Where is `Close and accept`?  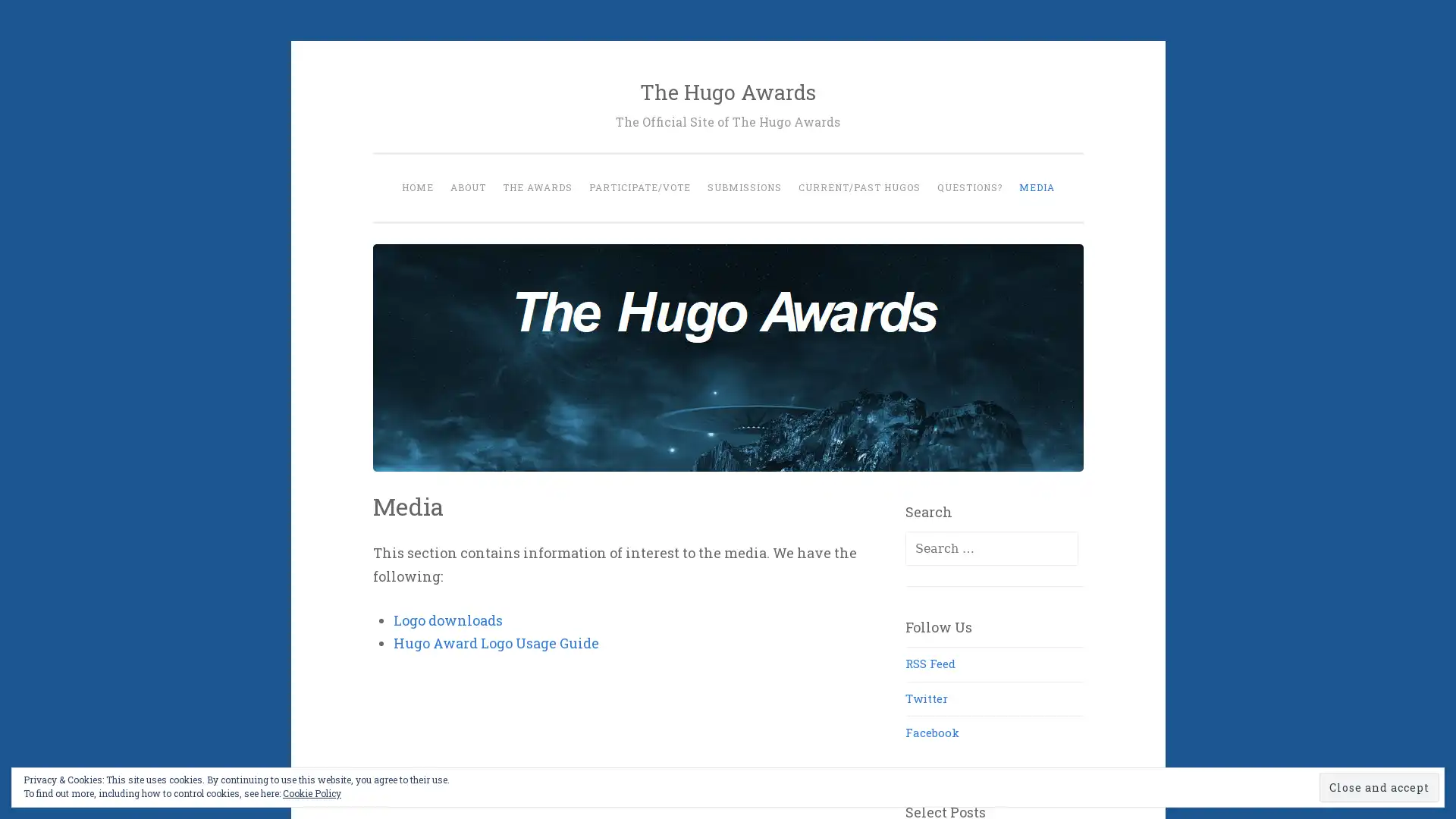 Close and accept is located at coordinates (1379, 786).